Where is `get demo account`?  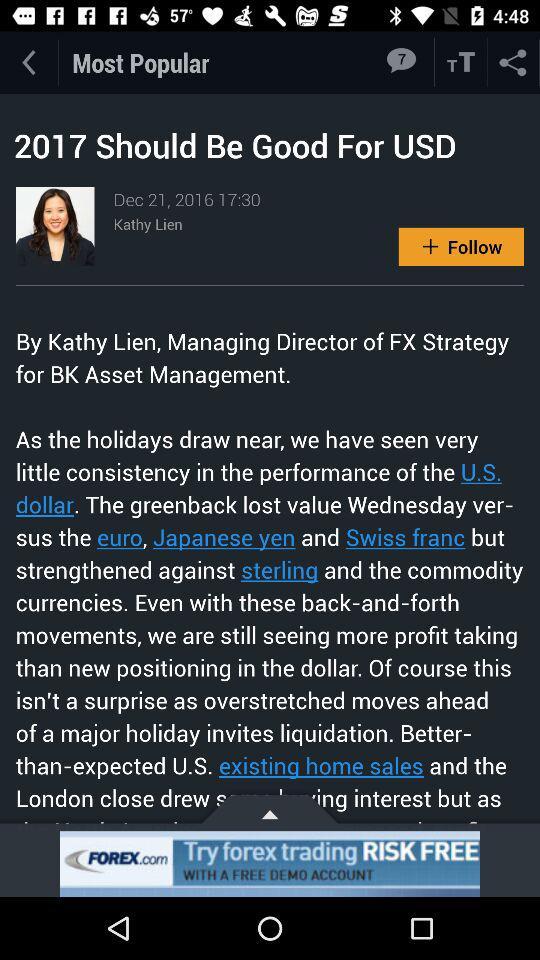 get demo account is located at coordinates (270, 863).